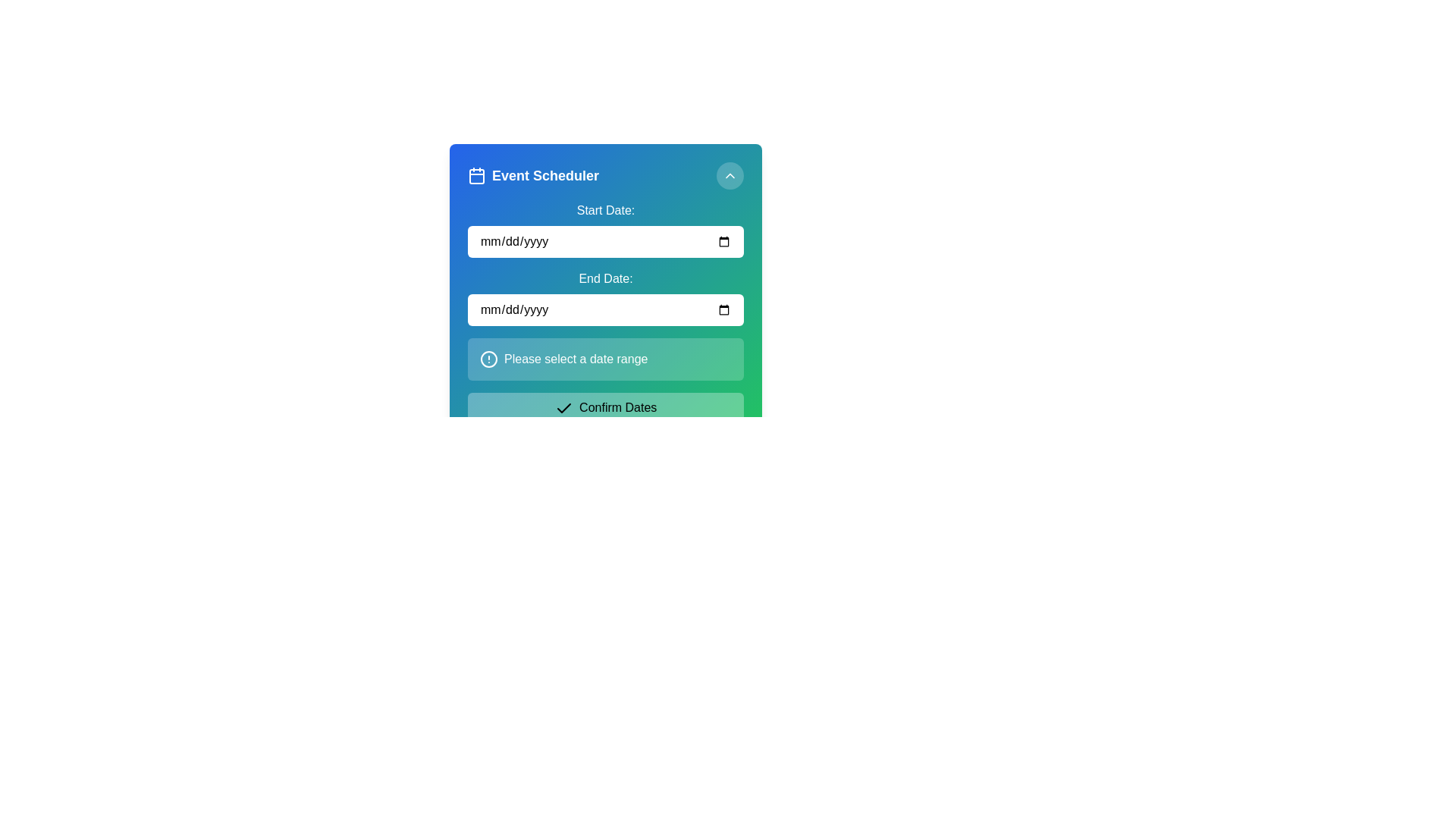 Image resolution: width=1456 pixels, height=819 pixels. I want to click on the calendar icon located at the top-left corner of the 'Event Scheduler' header, which visually indicates the scheduling function, so click(475, 174).